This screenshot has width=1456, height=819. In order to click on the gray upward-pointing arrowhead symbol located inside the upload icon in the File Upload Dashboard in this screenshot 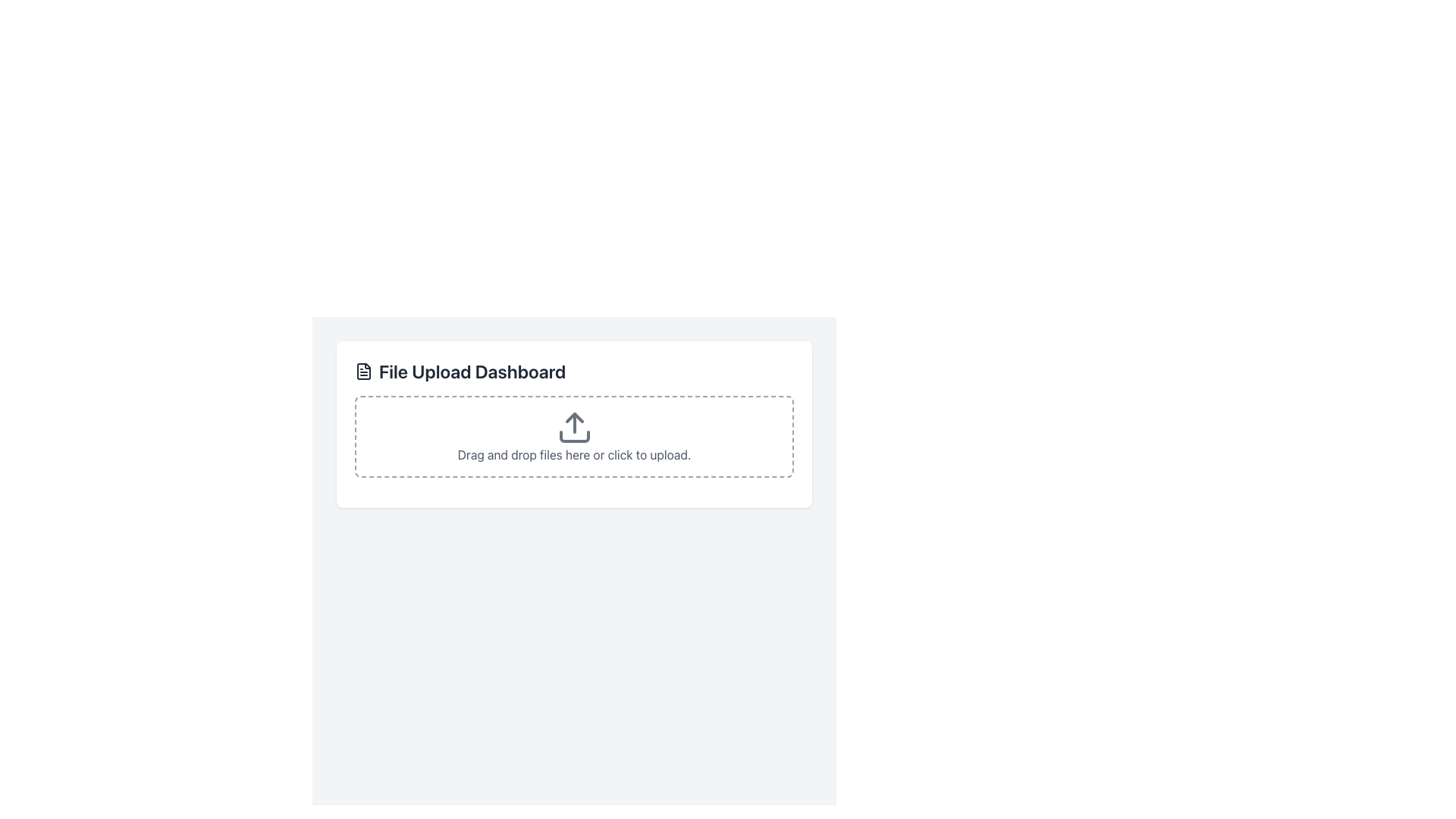, I will do `click(573, 418)`.